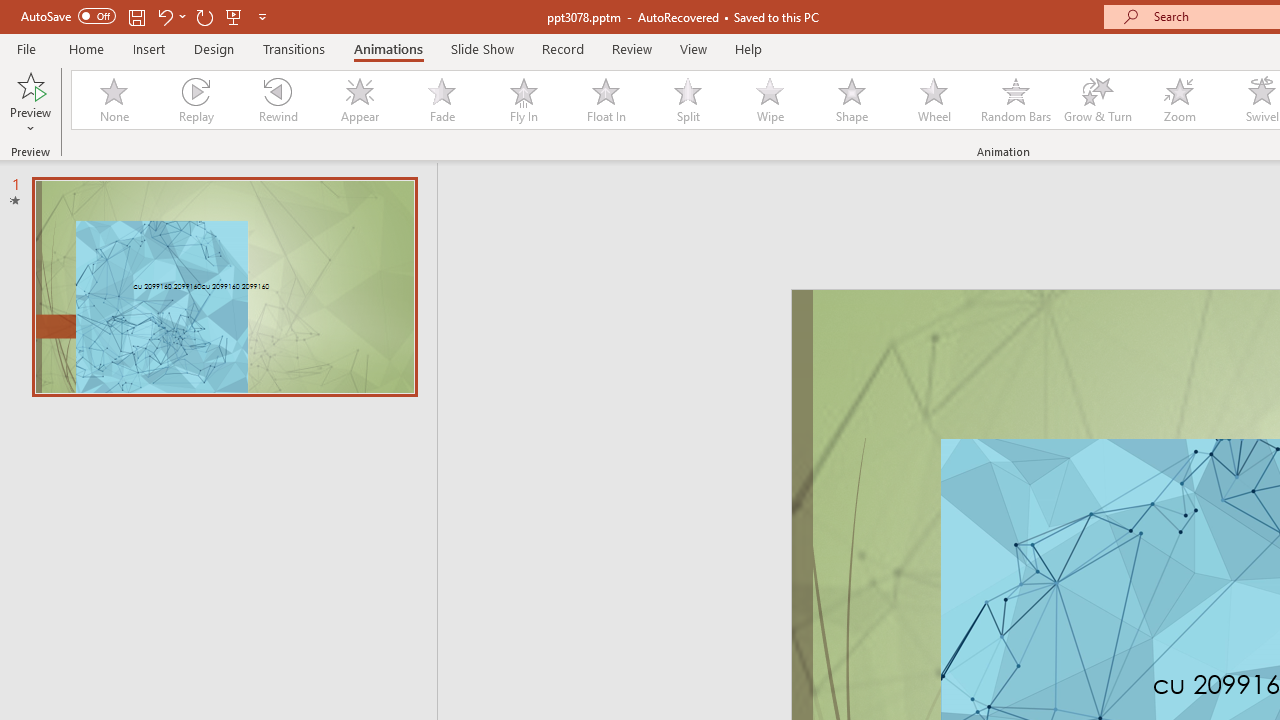 This screenshot has height=720, width=1280. I want to click on 'Rewind', so click(276, 100).